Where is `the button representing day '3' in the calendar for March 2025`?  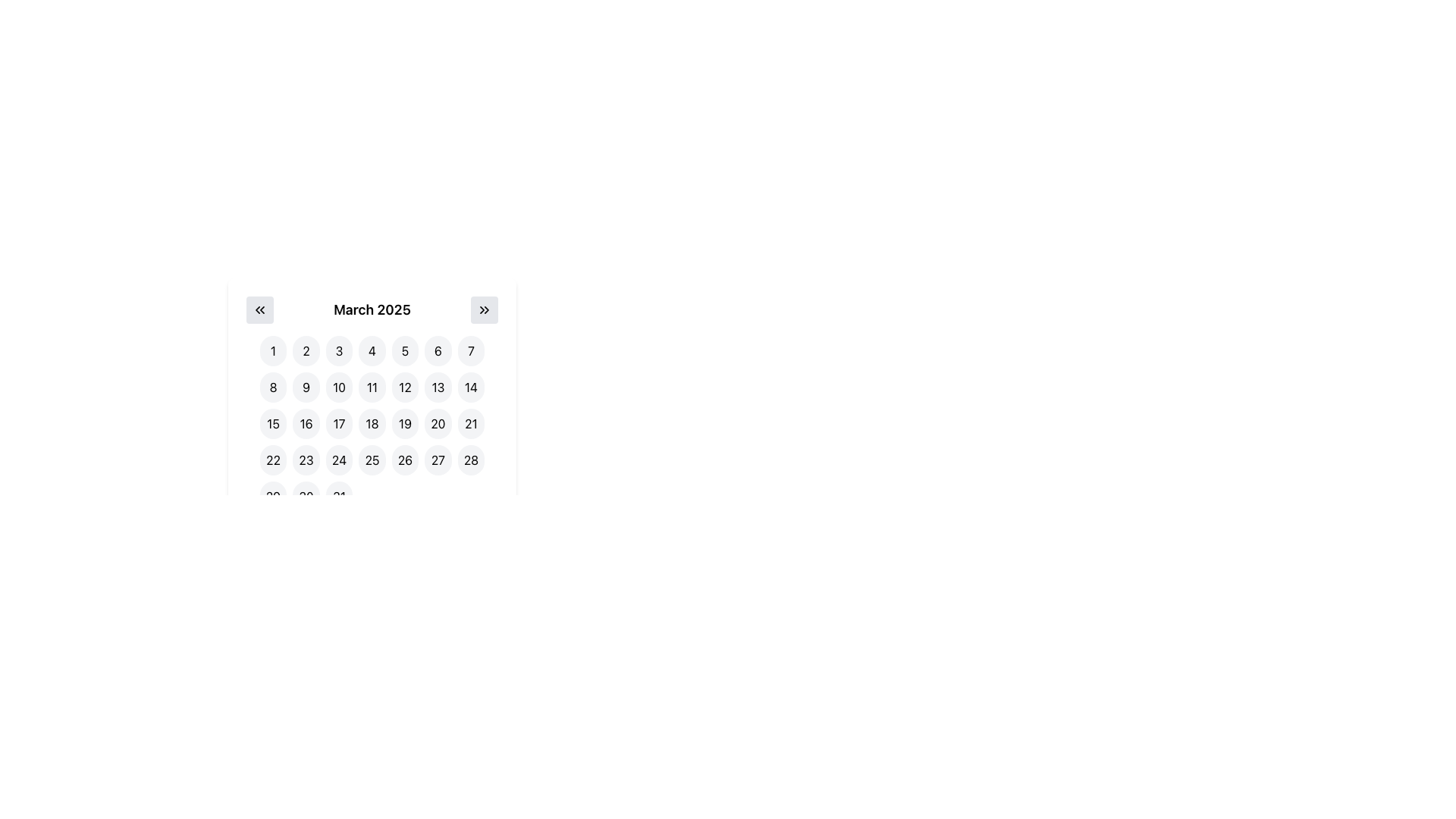
the button representing day '3' in the calendar for March 2025 is located at coordinates (338, 350).